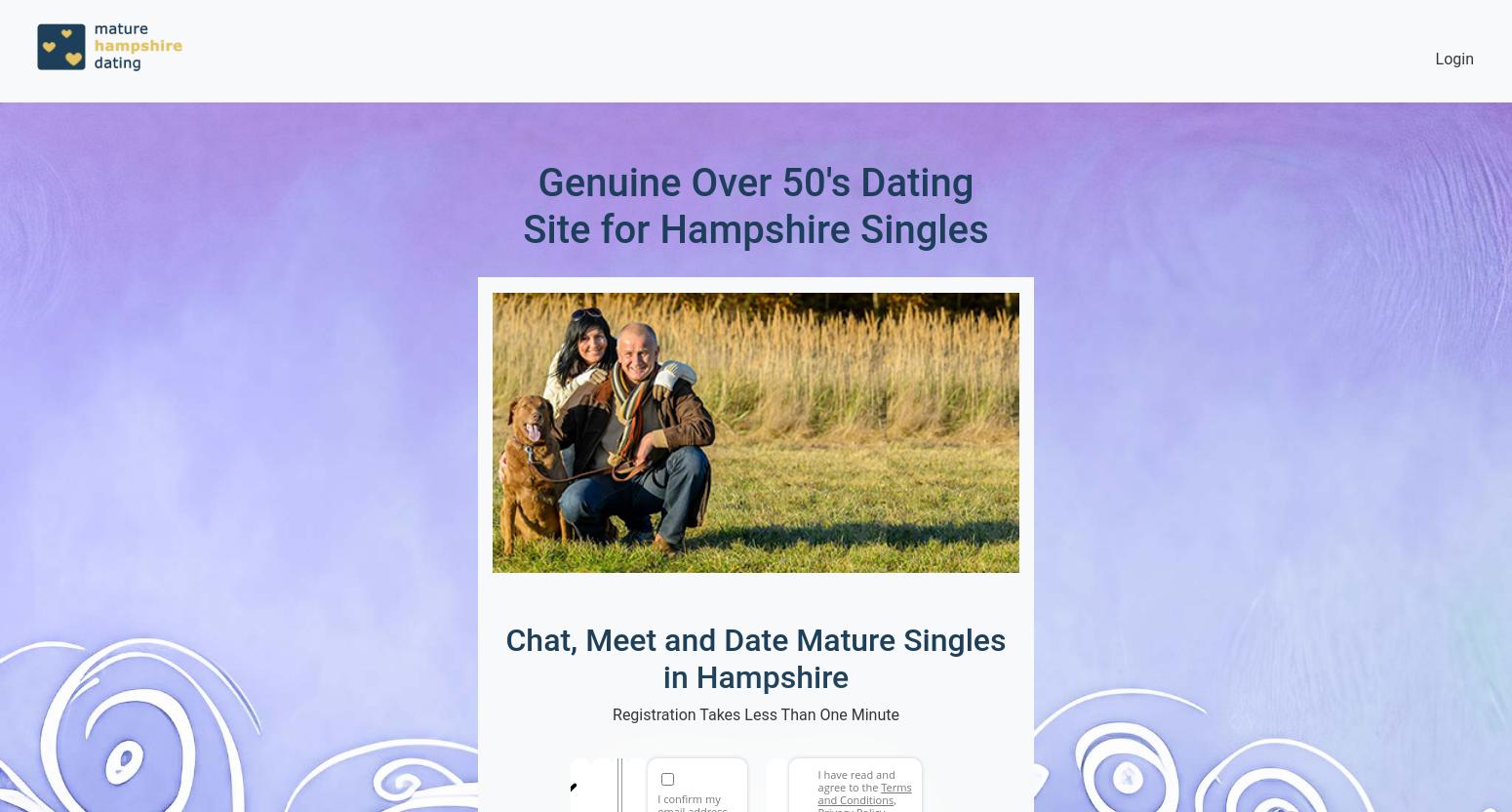 This screenshot has height=812, width=1512. Describe the element at coordinates (591, 768) in the screenshot. I see `'First name'` at that location.